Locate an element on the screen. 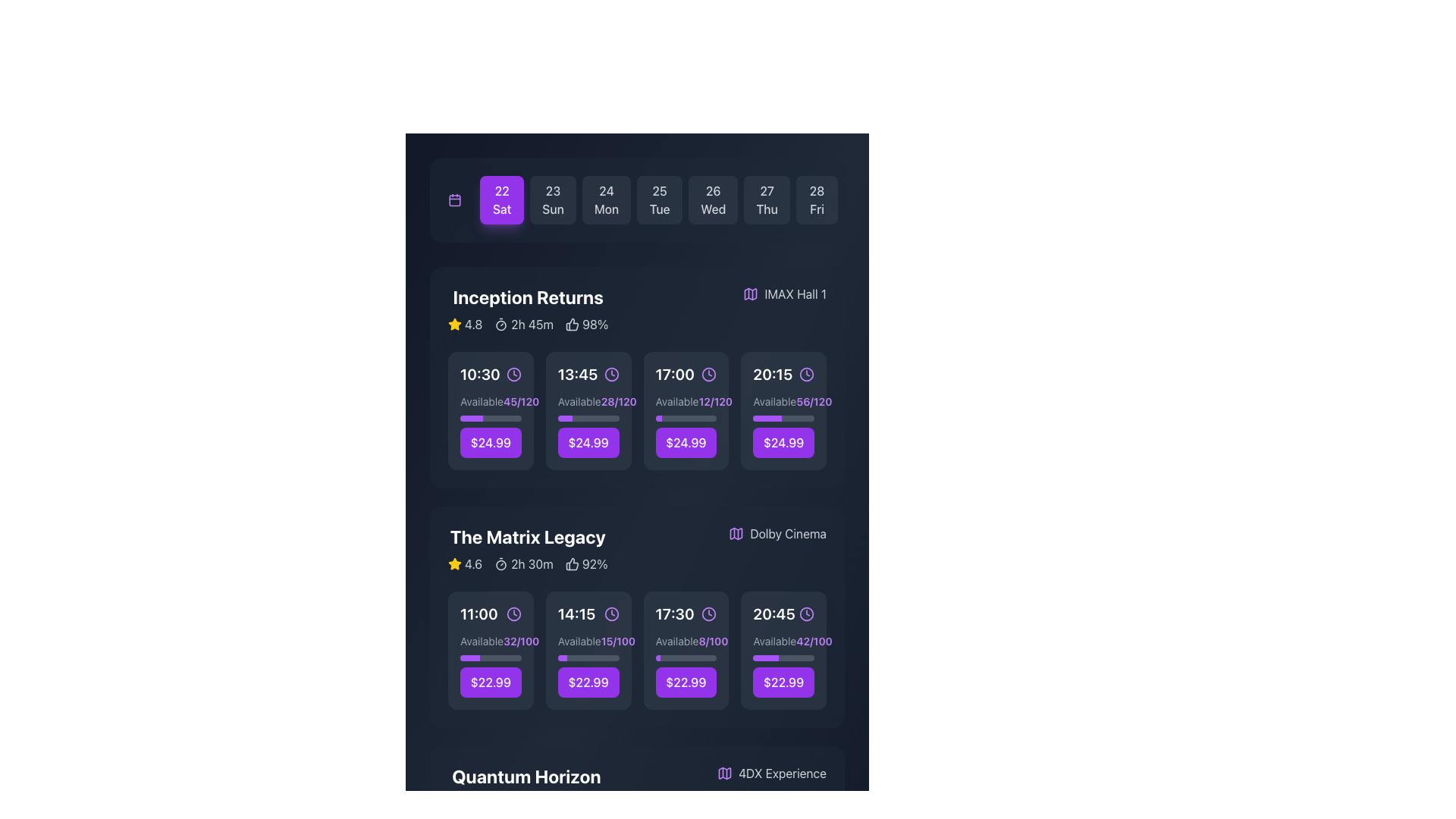 This screenshot has width=1456, height=819. the sofa SVG icon within the 'Select Seats' button, which features a purple background and white text, indicating an interactive element is located at coordinates (564, 411).